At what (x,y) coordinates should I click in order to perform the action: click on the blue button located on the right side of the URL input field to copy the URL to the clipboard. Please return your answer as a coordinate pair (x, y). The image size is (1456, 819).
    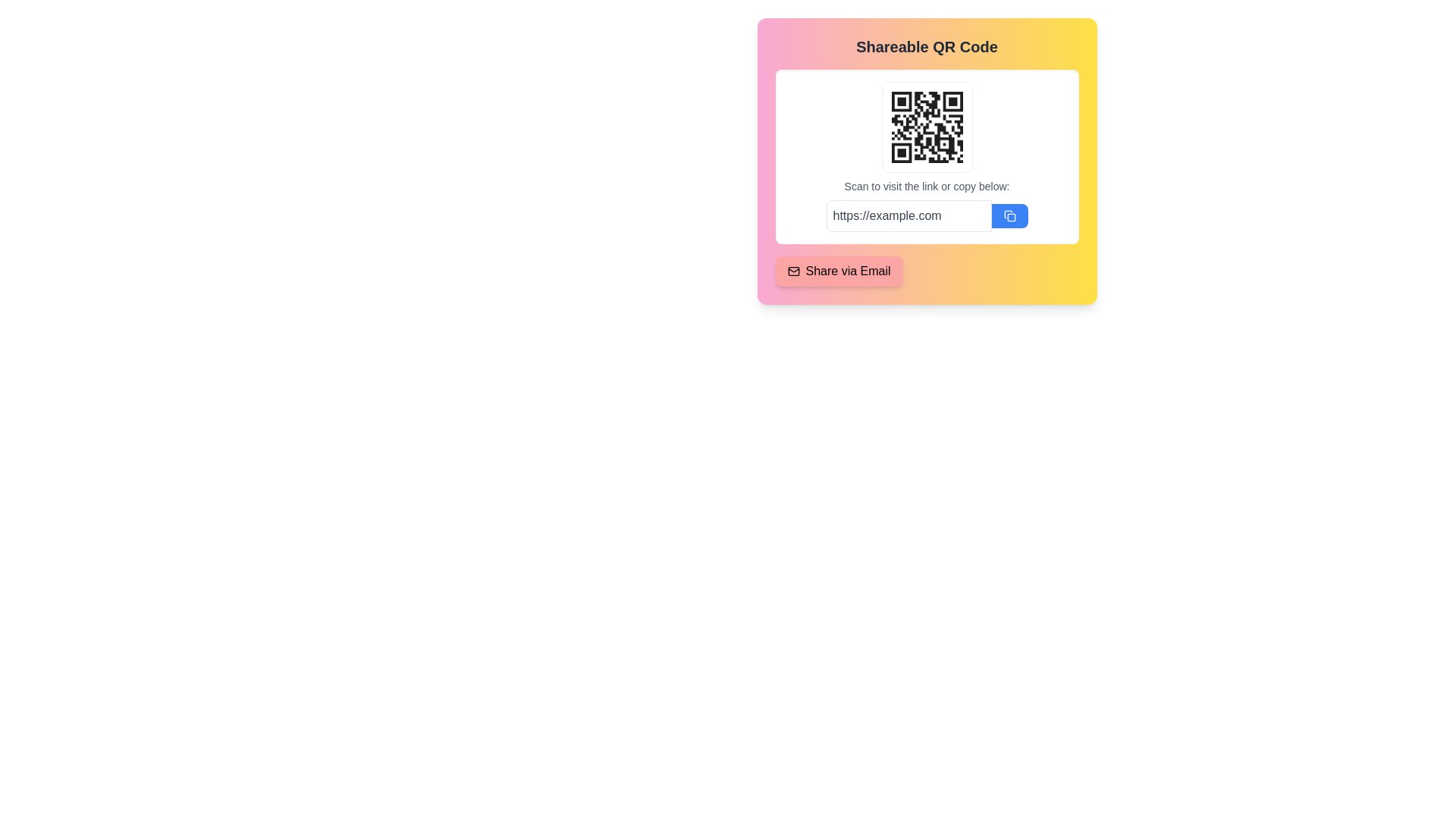
    Looking at the image, I should click on (1009, 216).